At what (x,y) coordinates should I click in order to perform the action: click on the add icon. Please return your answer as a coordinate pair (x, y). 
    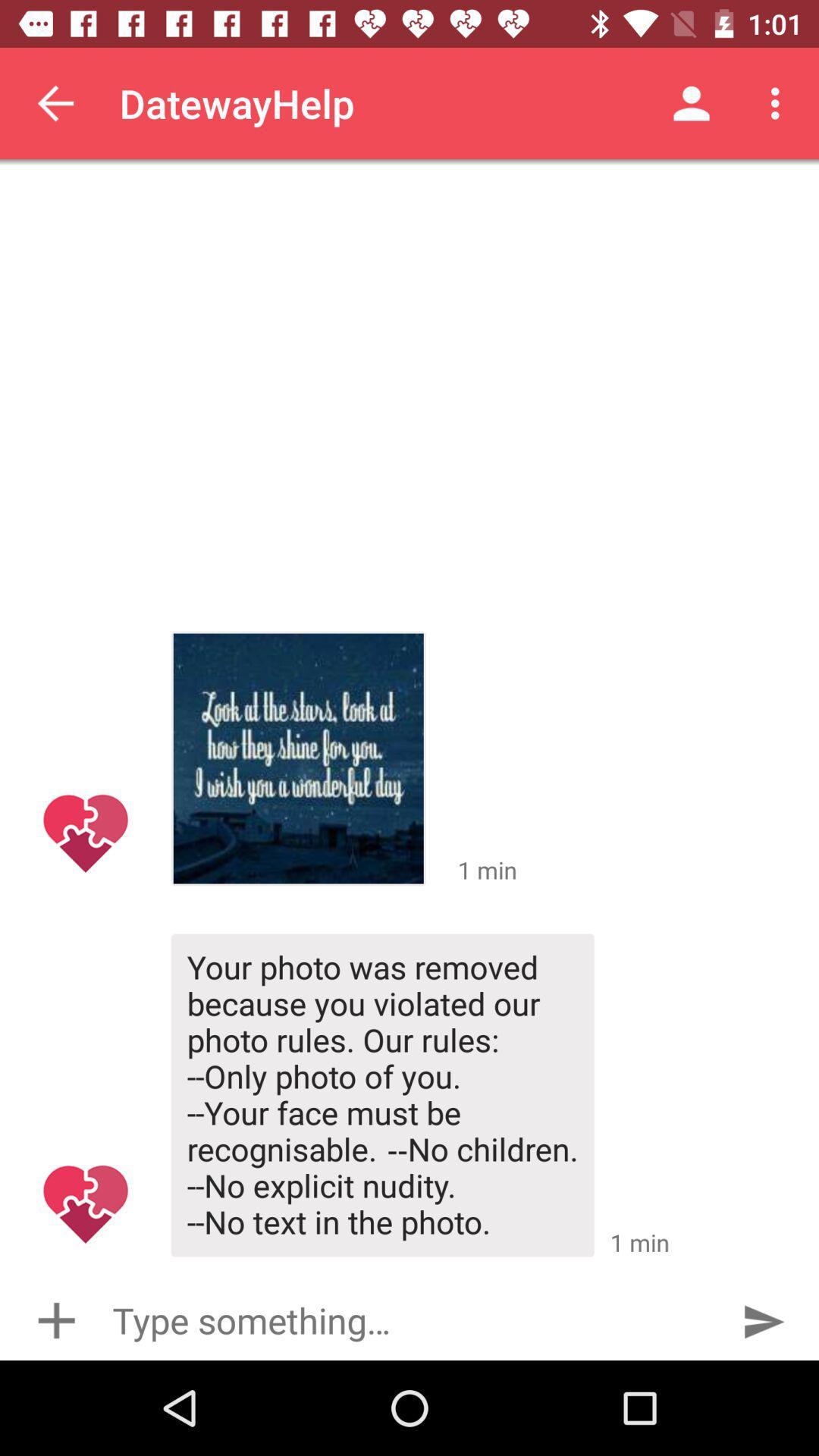
    Looking at the image, I should click on (55, 1319).